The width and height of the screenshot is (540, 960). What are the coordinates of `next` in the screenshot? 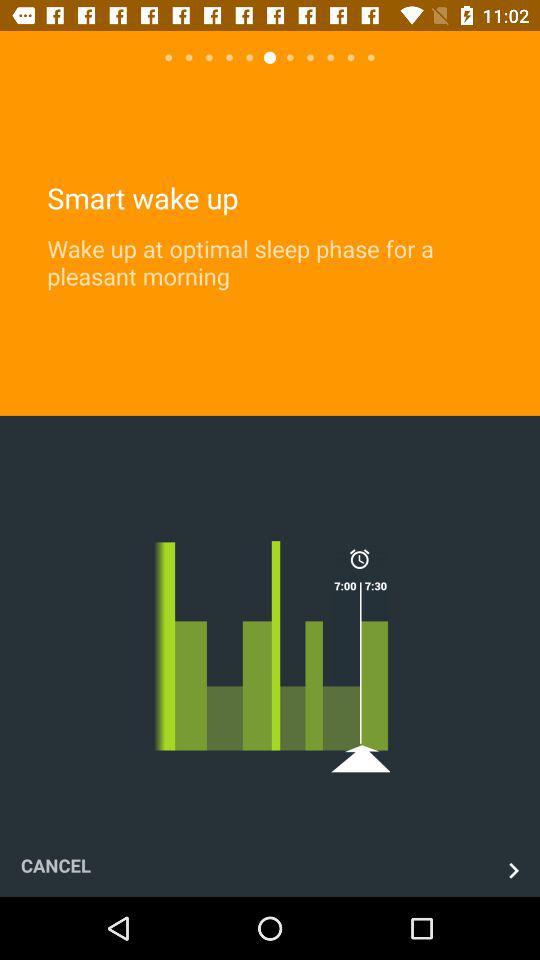 It's located at (513, 869).